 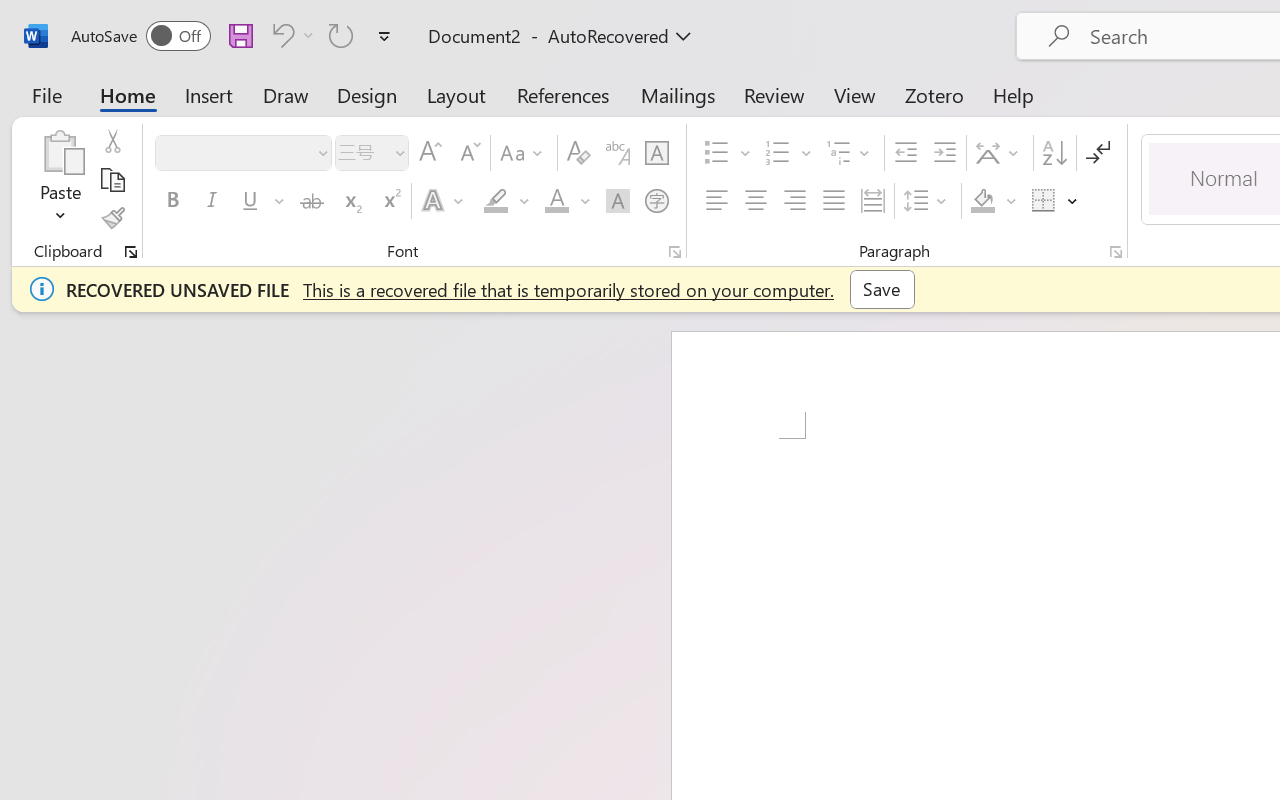 What do you see at coordinates (755, 201) in the screenshot?
I see `'Center'` at bounding box center [755, 201].